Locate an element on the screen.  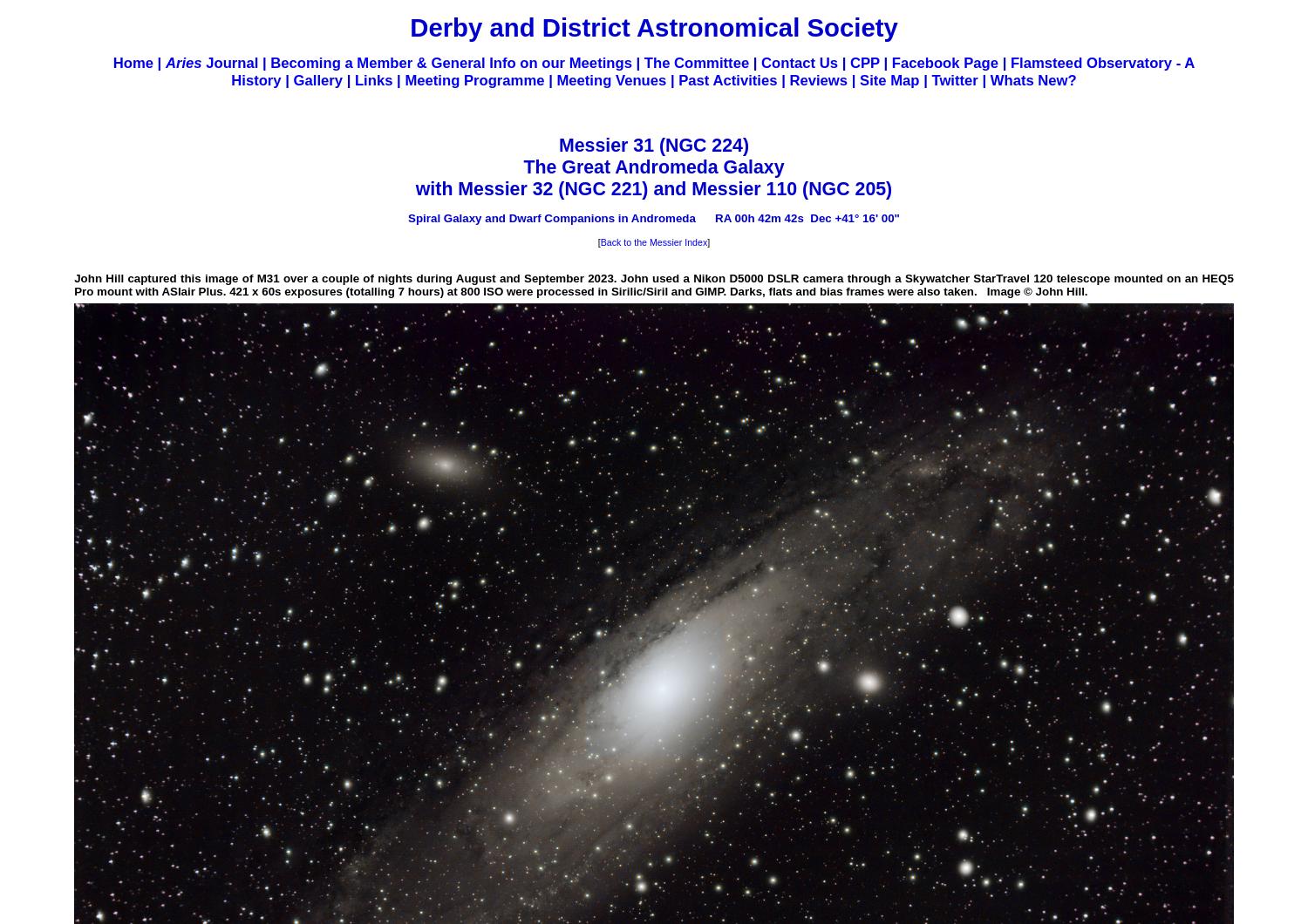
'[' is located at coordinates (598, 241).